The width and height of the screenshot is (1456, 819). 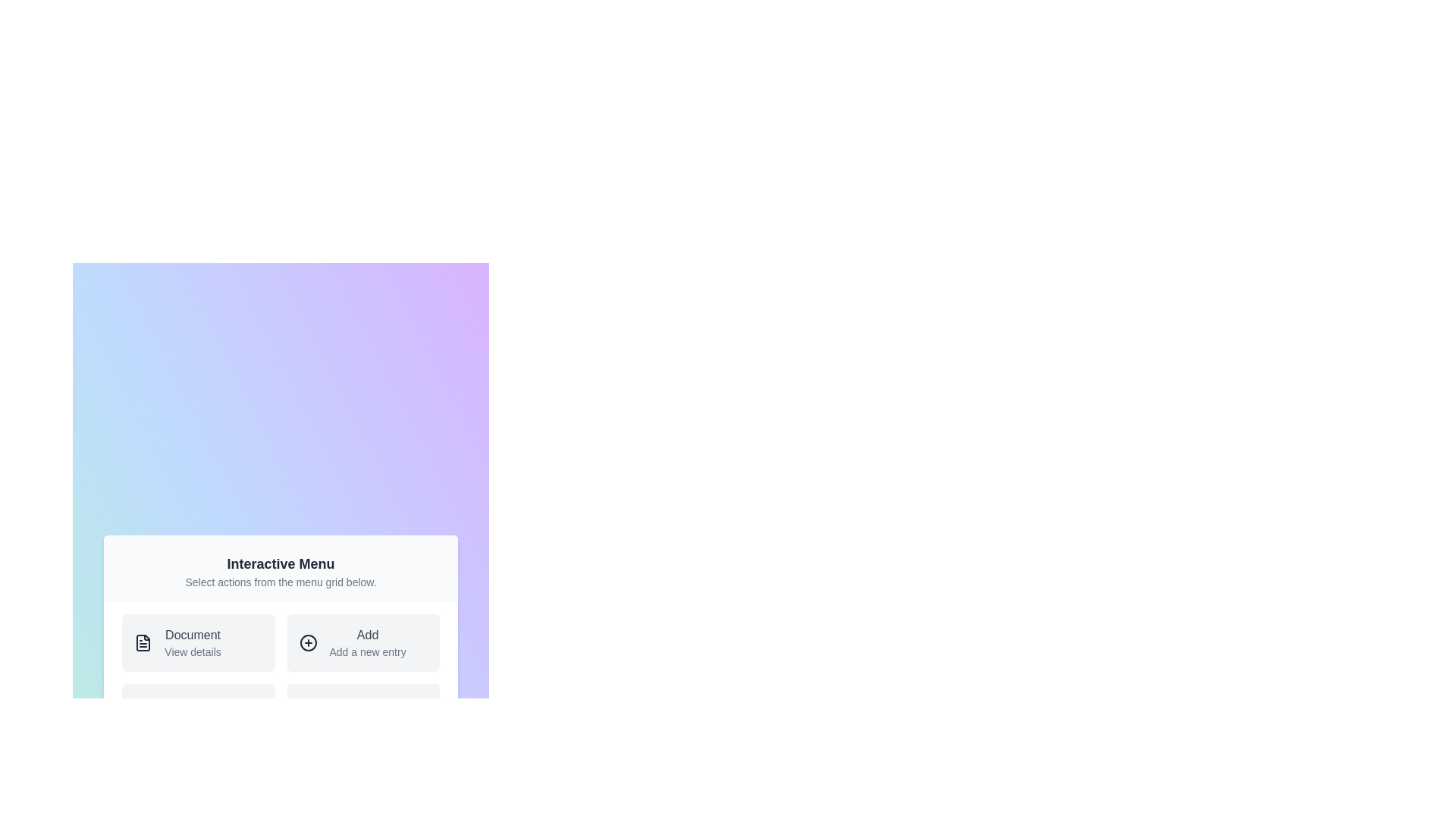 What do you see at coordinates (197, 643) in the screenshot?
I see `the menu item Document` at bounding box center [197, 643].